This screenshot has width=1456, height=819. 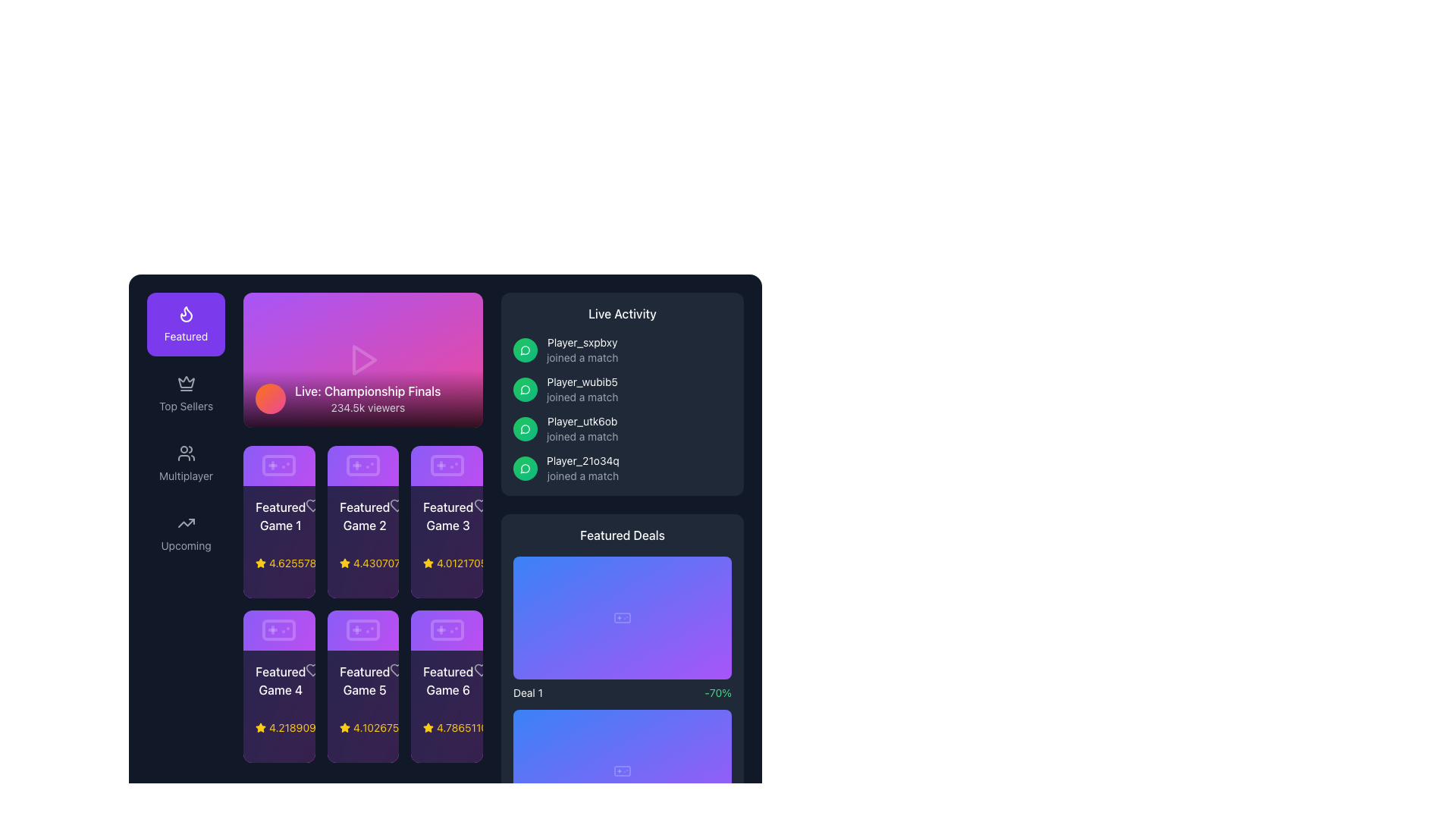 I want to click on the star icon representing the rating in the second tile labeled 'Featured Game 2', which indicates quality or preference as part of a rating system, so click(x=344, y=563).